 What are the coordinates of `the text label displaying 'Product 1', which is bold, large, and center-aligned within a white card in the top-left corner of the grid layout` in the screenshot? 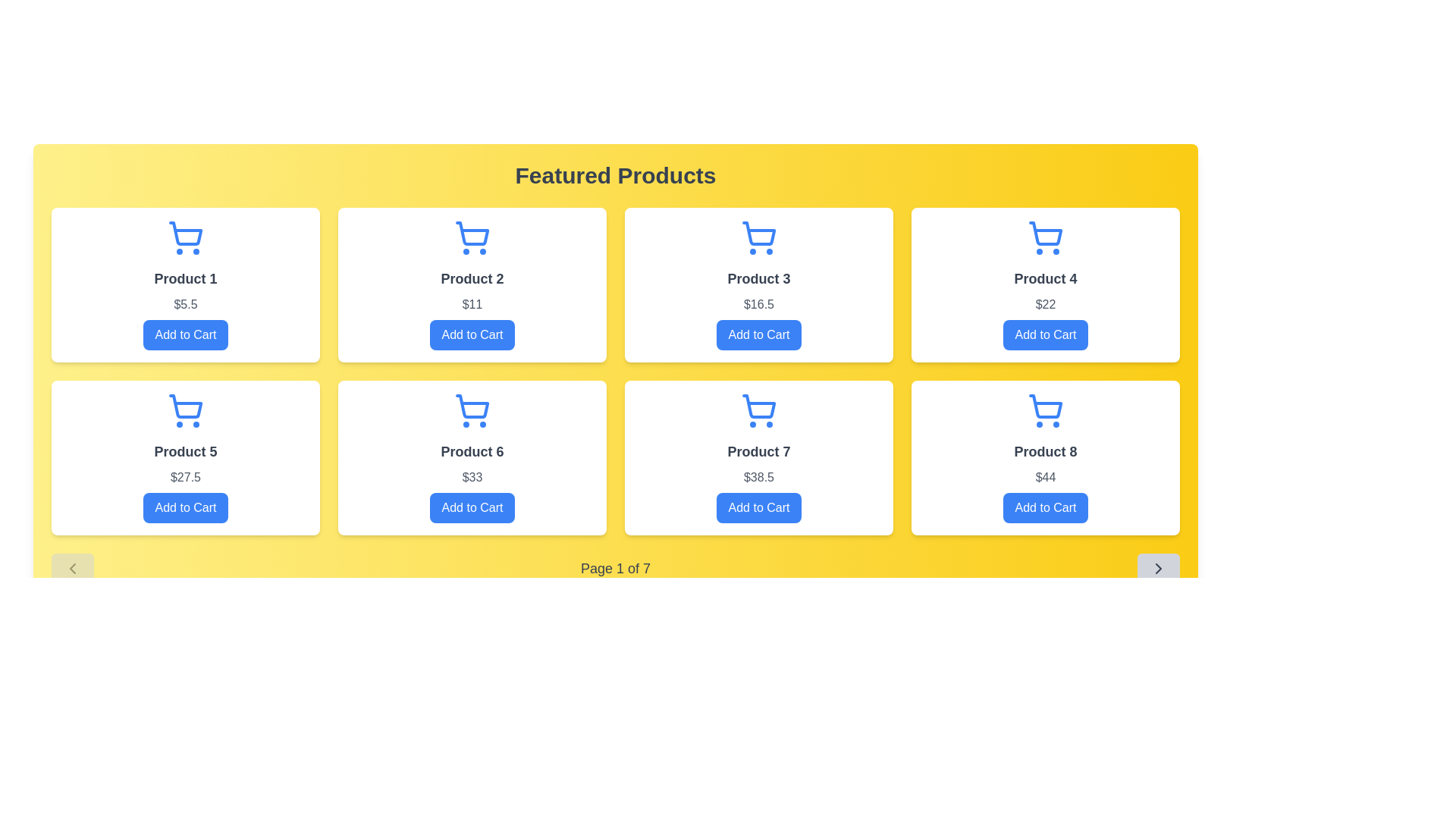 It's located at (184, 278).